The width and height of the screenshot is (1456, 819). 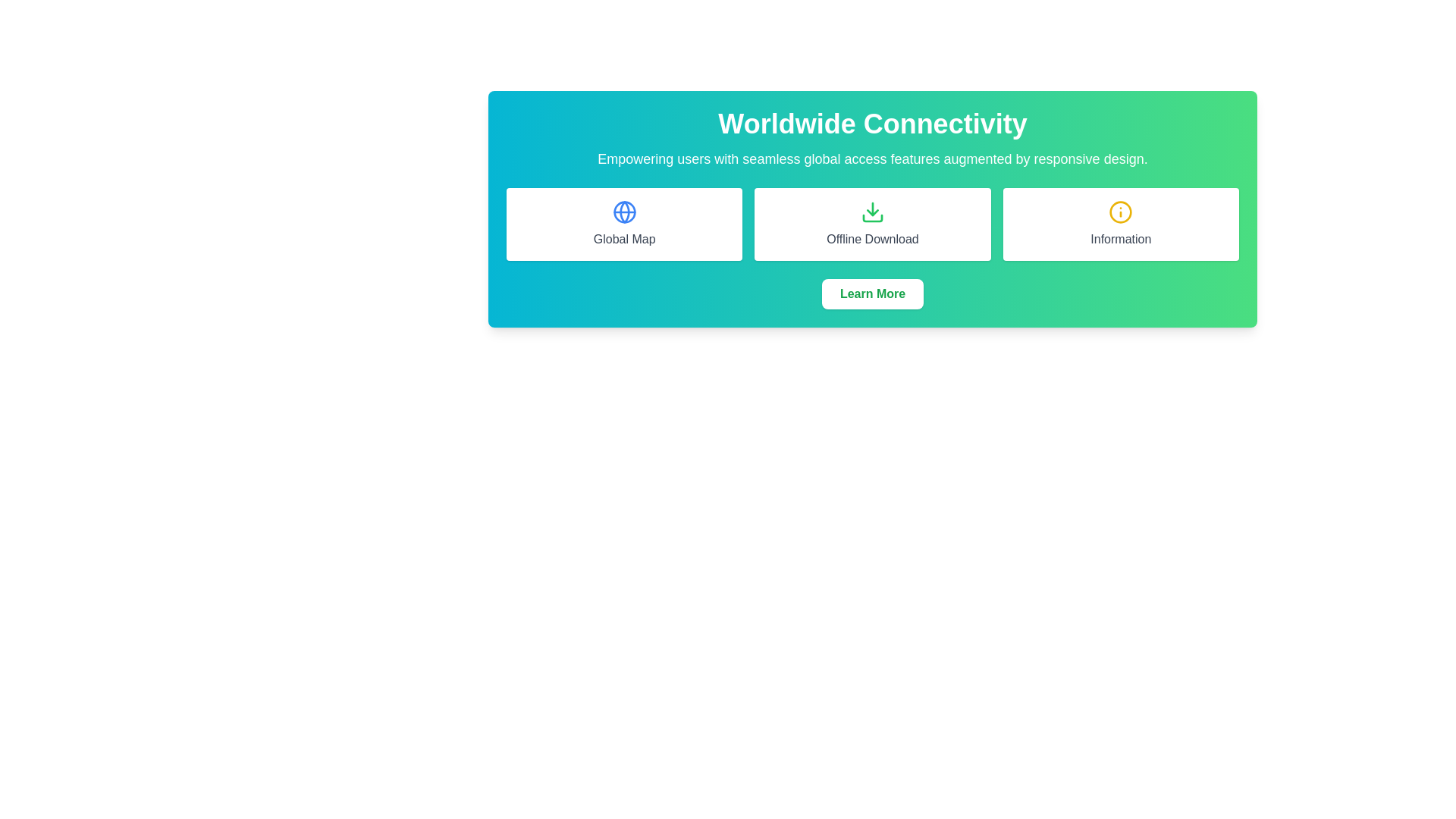 I want to click on text from the 'Worldwide Connectivity' section which includes the bold headline and the descriptive text below it, all centered within a gradient background, so click(x=873, y=140).